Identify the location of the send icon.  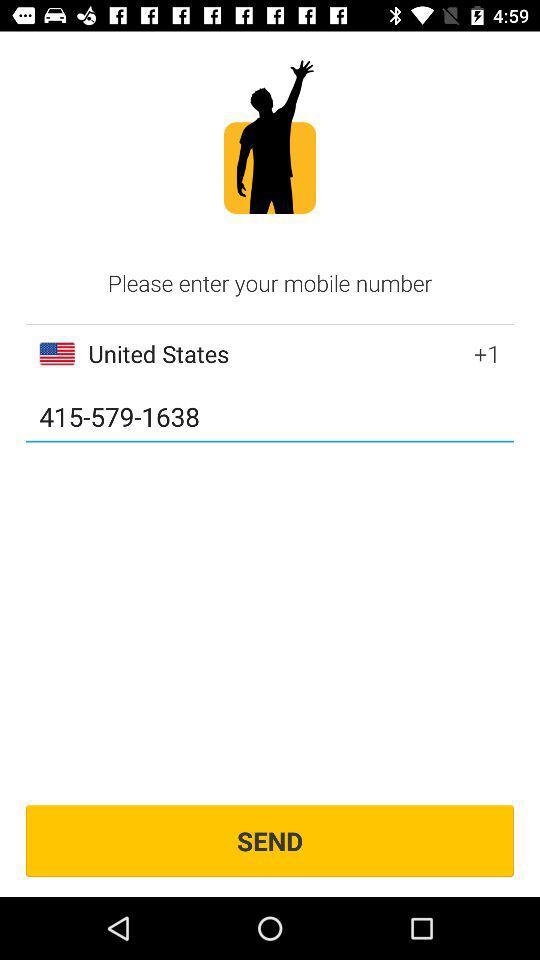
(270, 840).